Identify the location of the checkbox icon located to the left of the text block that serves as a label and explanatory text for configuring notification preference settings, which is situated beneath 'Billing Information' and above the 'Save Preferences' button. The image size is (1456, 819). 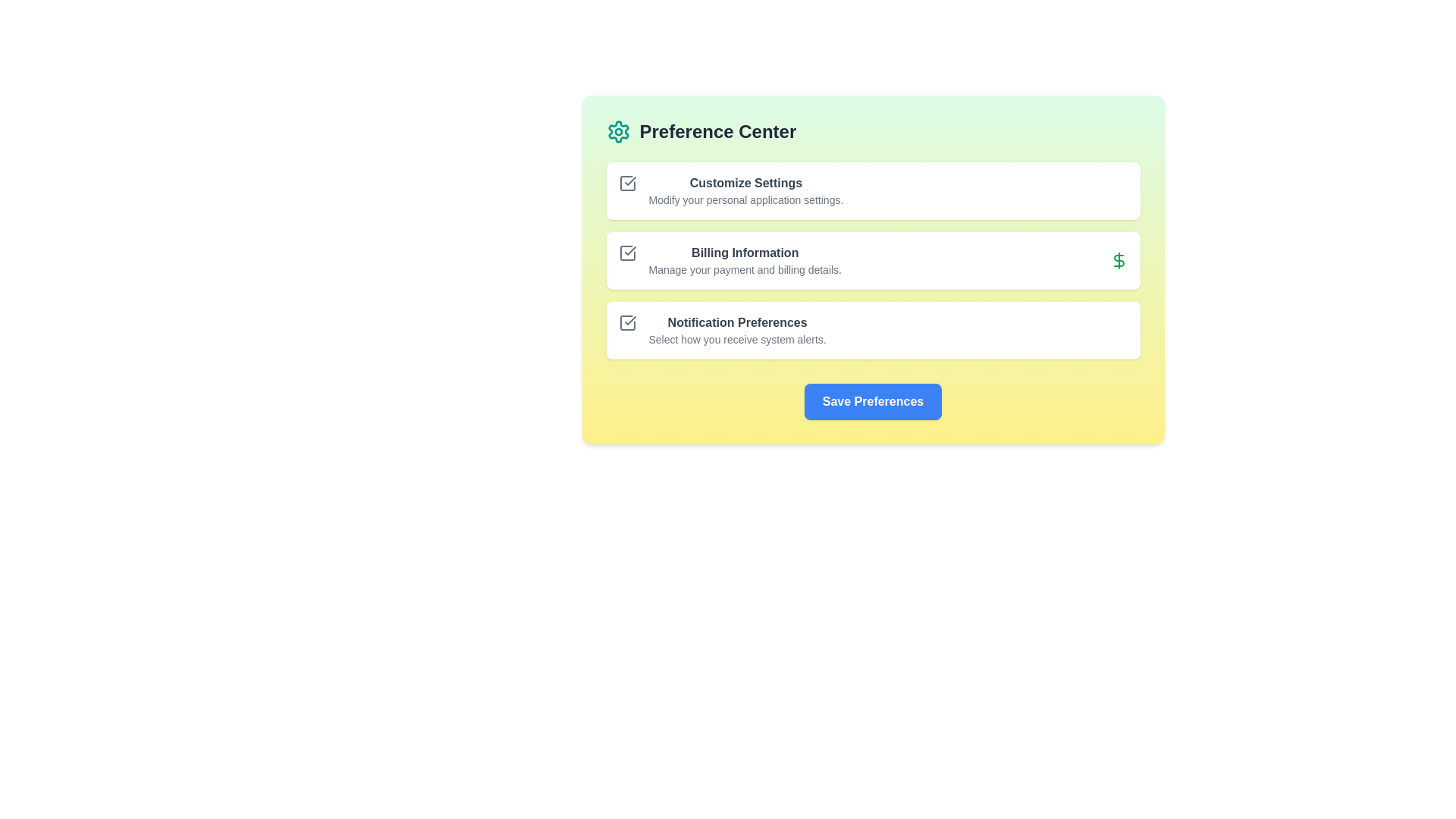
(737, 329).